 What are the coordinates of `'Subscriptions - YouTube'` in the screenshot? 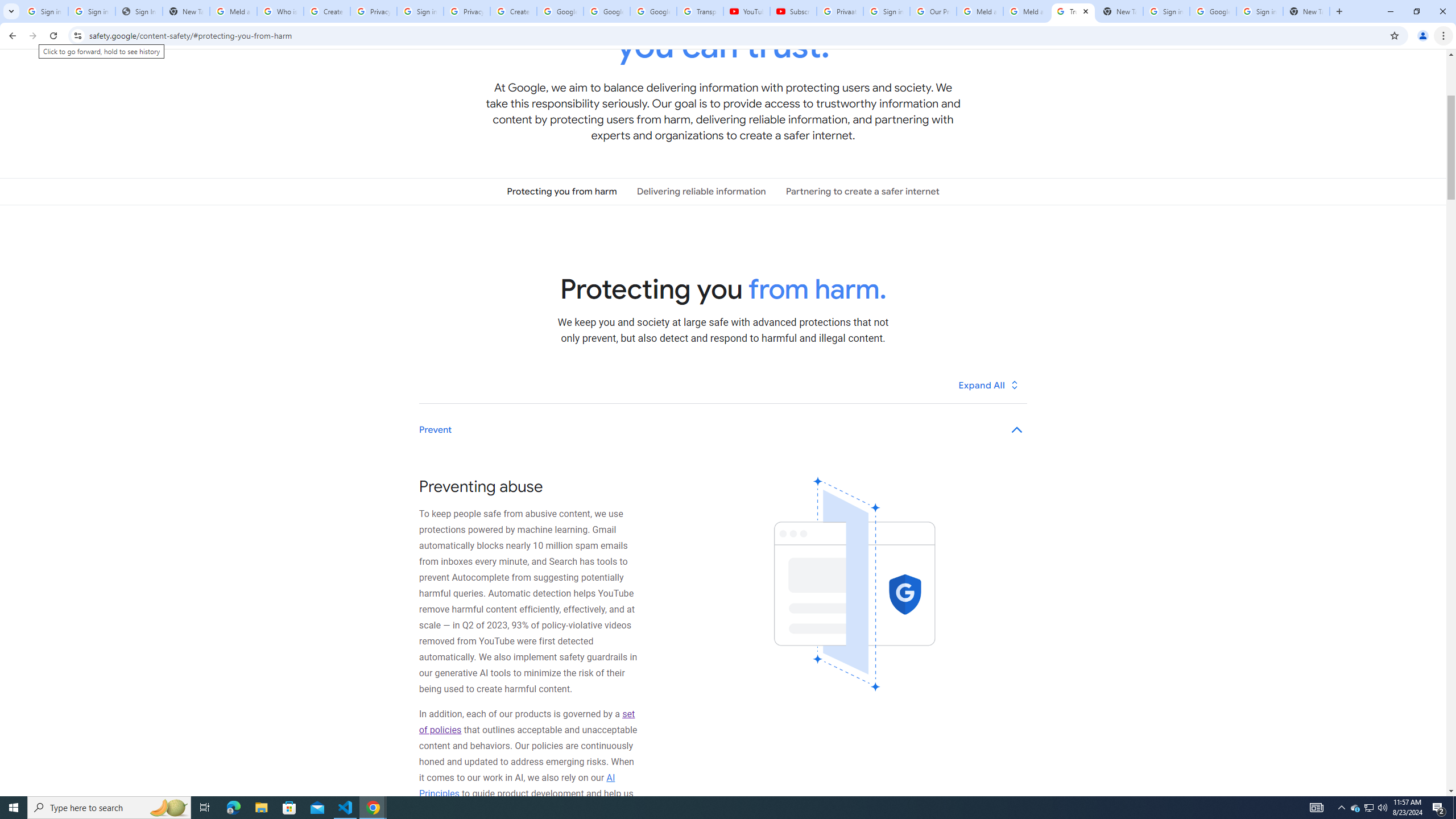 It's located at (792, 11).